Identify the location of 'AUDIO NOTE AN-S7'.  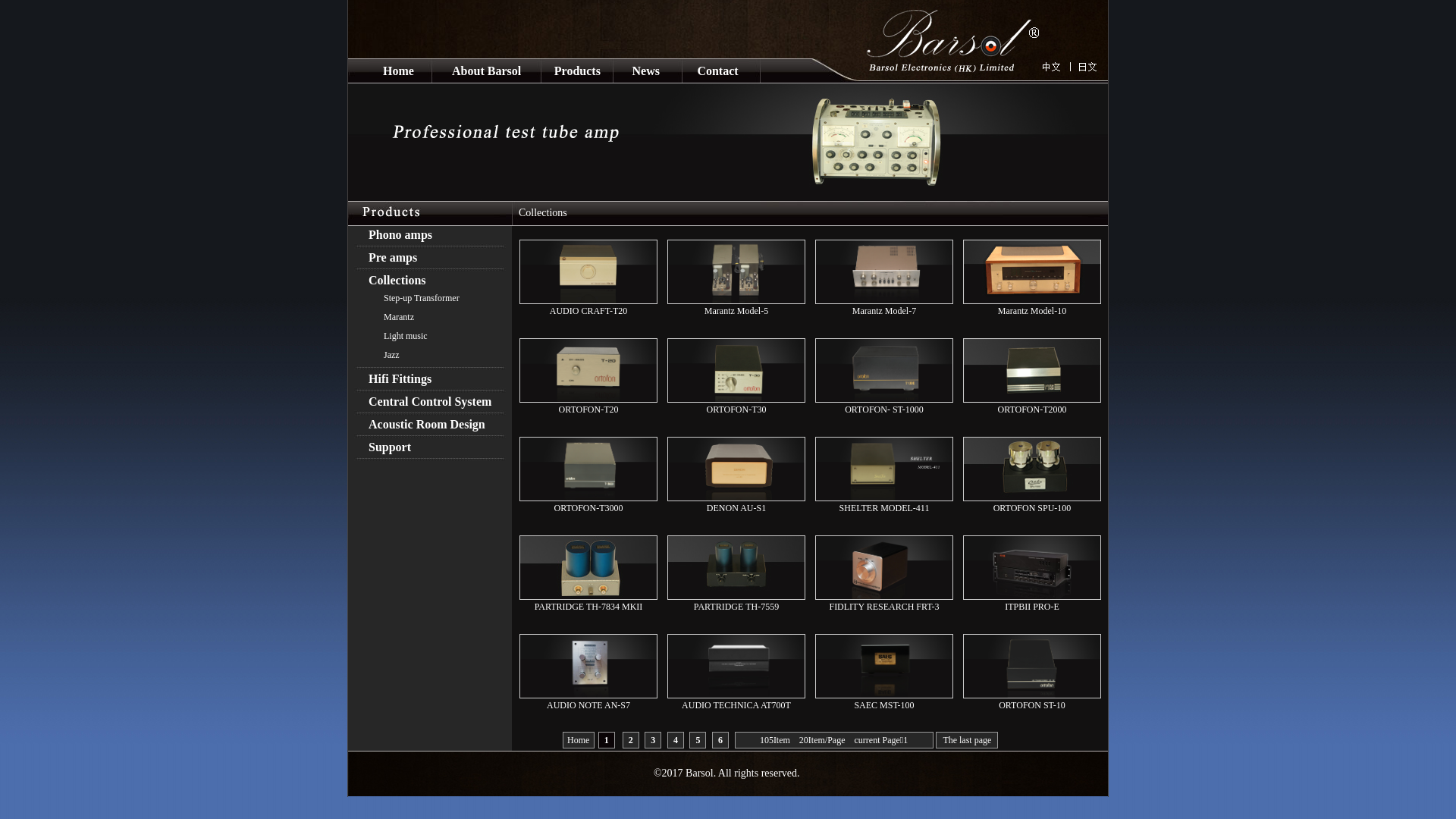
(546, 704).